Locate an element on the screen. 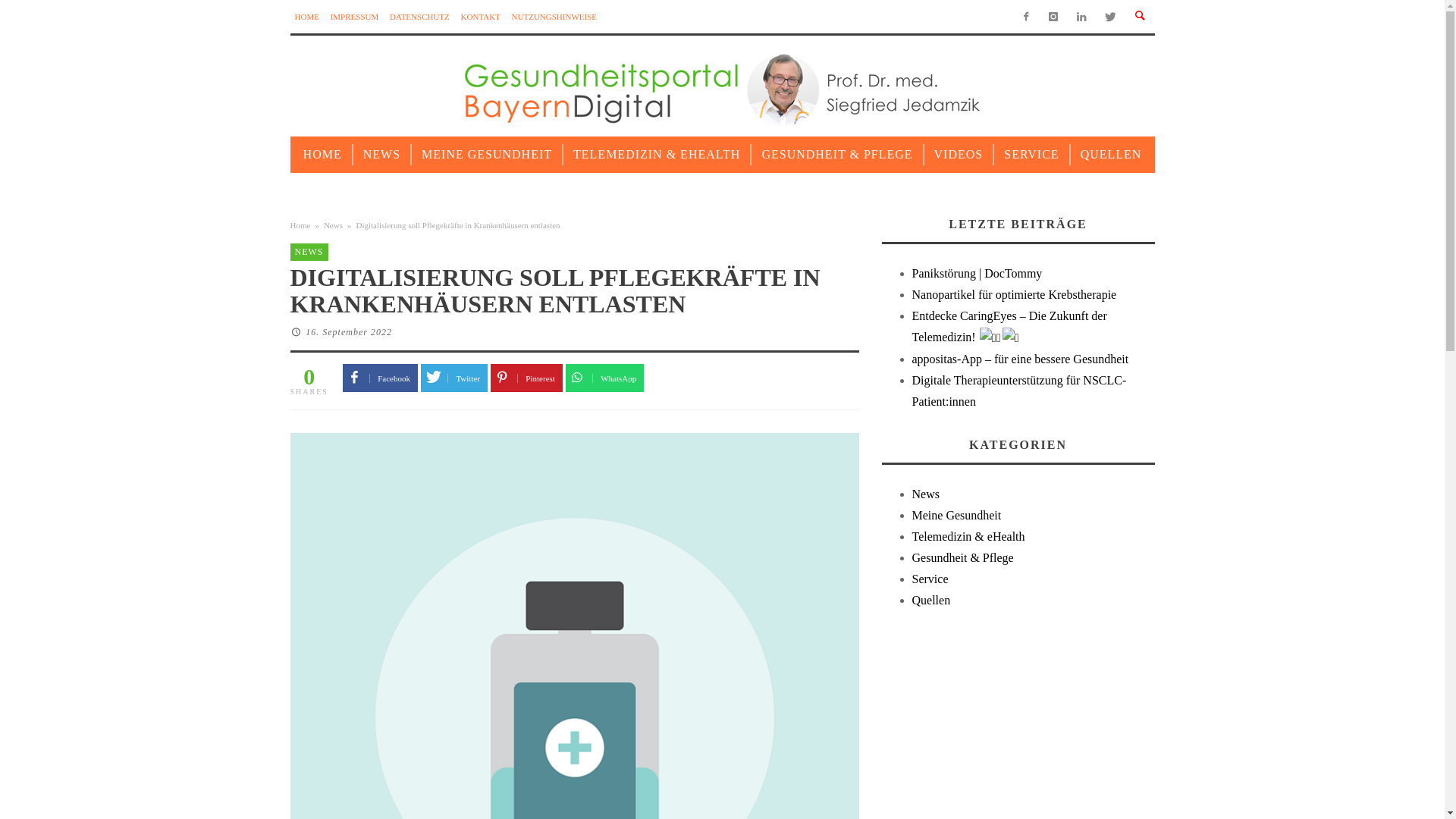 This screenshot has height=819, width=1456. 'MEINE GESUNDHEIT' is located at coordinates (487, 155).